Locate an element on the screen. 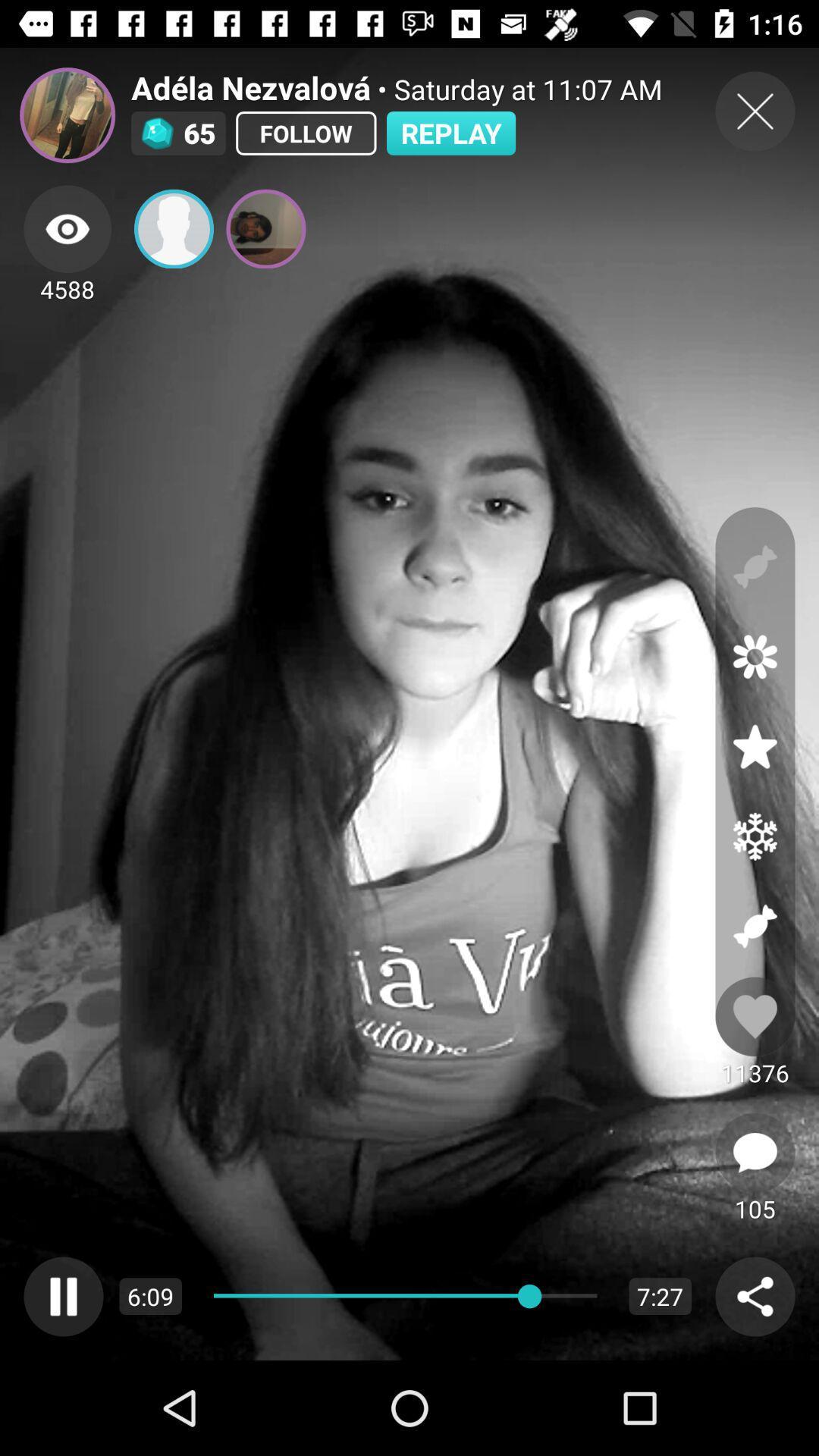 This screenshot has width=819, height=1456. the settings icon is located at coordinates (755, 836).